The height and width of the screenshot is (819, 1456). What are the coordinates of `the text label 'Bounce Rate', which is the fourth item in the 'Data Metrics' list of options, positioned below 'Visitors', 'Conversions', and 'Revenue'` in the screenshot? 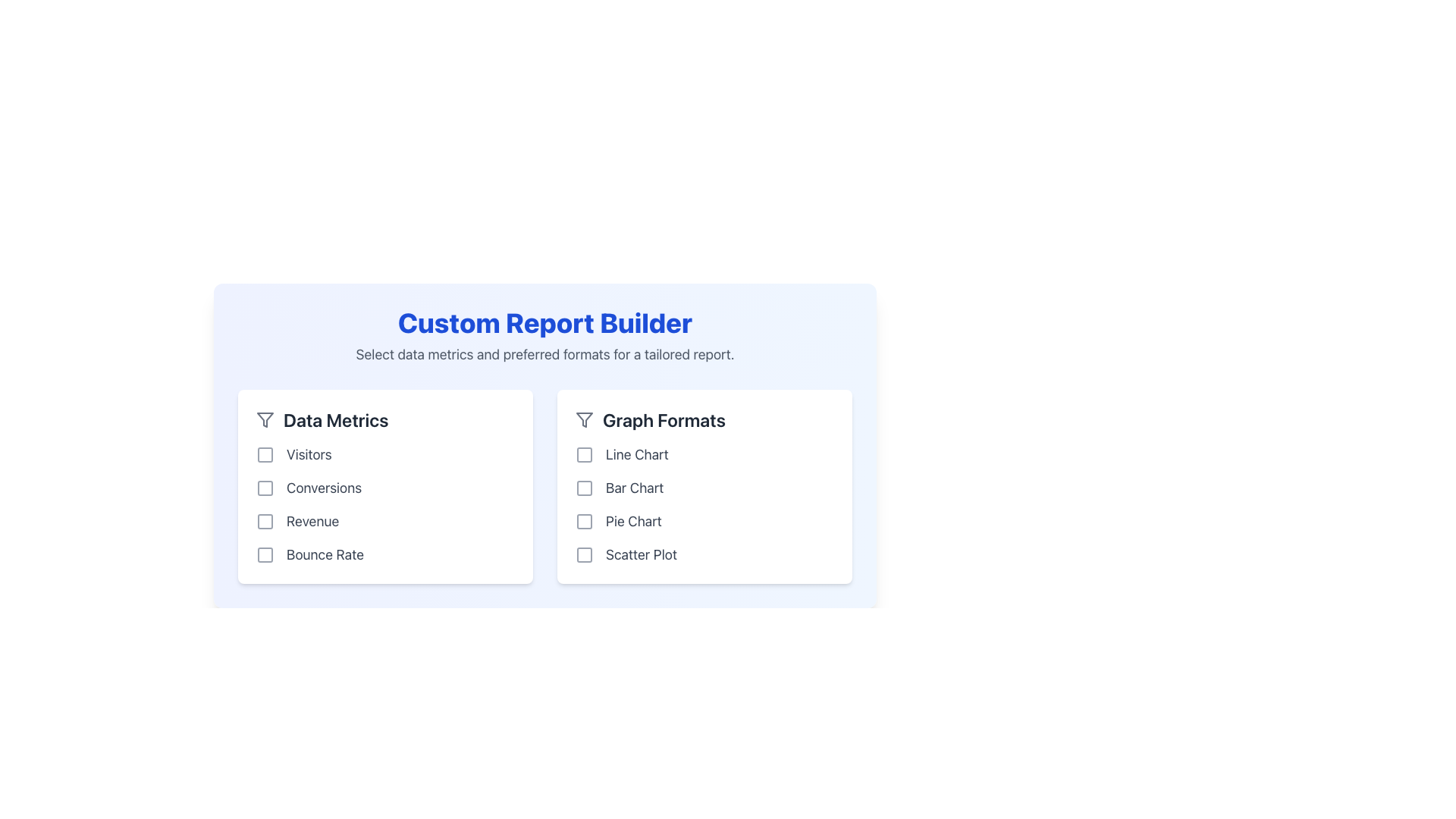 It's located at (324, 555).